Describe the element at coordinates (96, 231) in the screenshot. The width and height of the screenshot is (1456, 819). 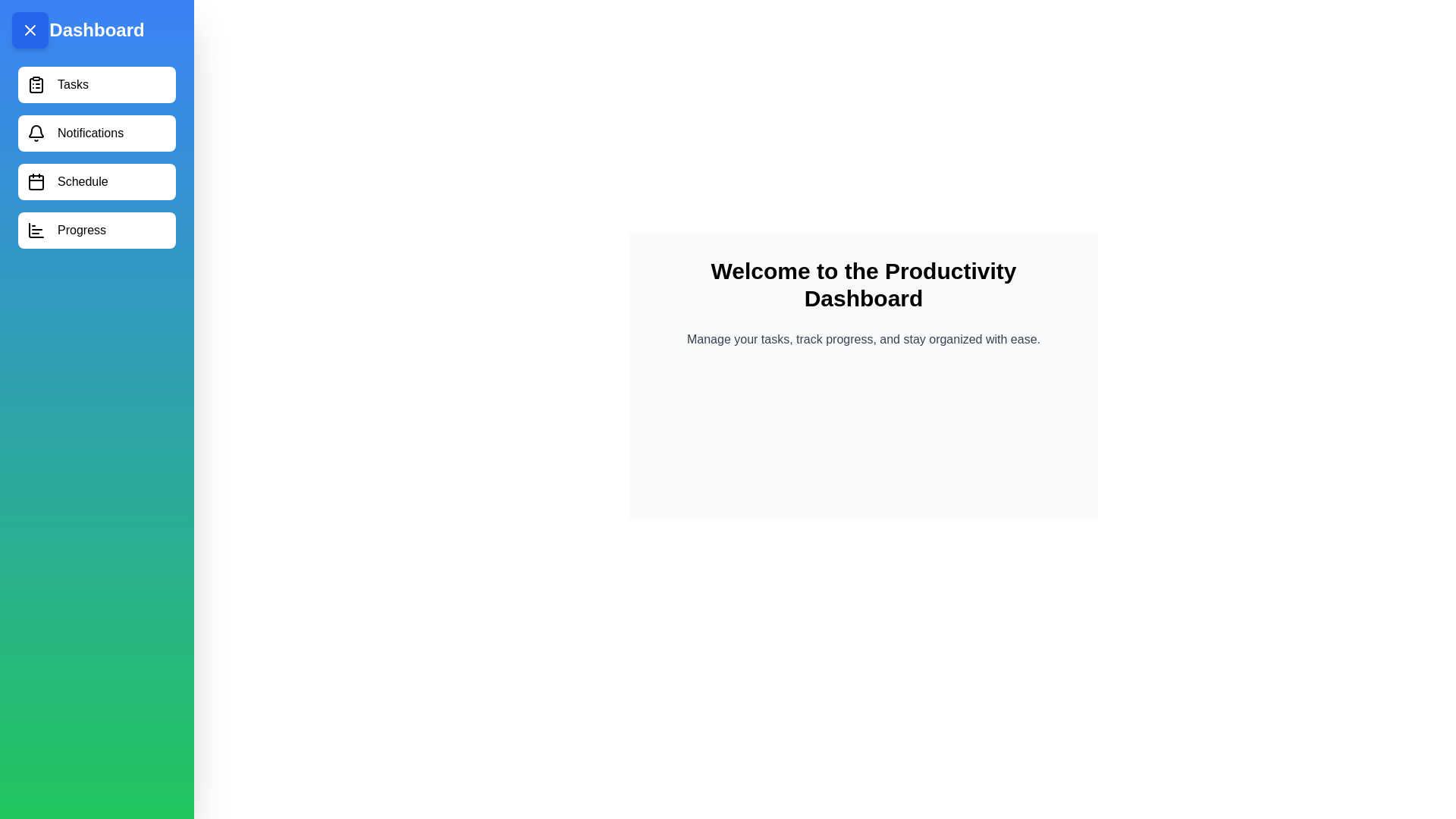
I see `the menu item Progress from the drawer` at that location.